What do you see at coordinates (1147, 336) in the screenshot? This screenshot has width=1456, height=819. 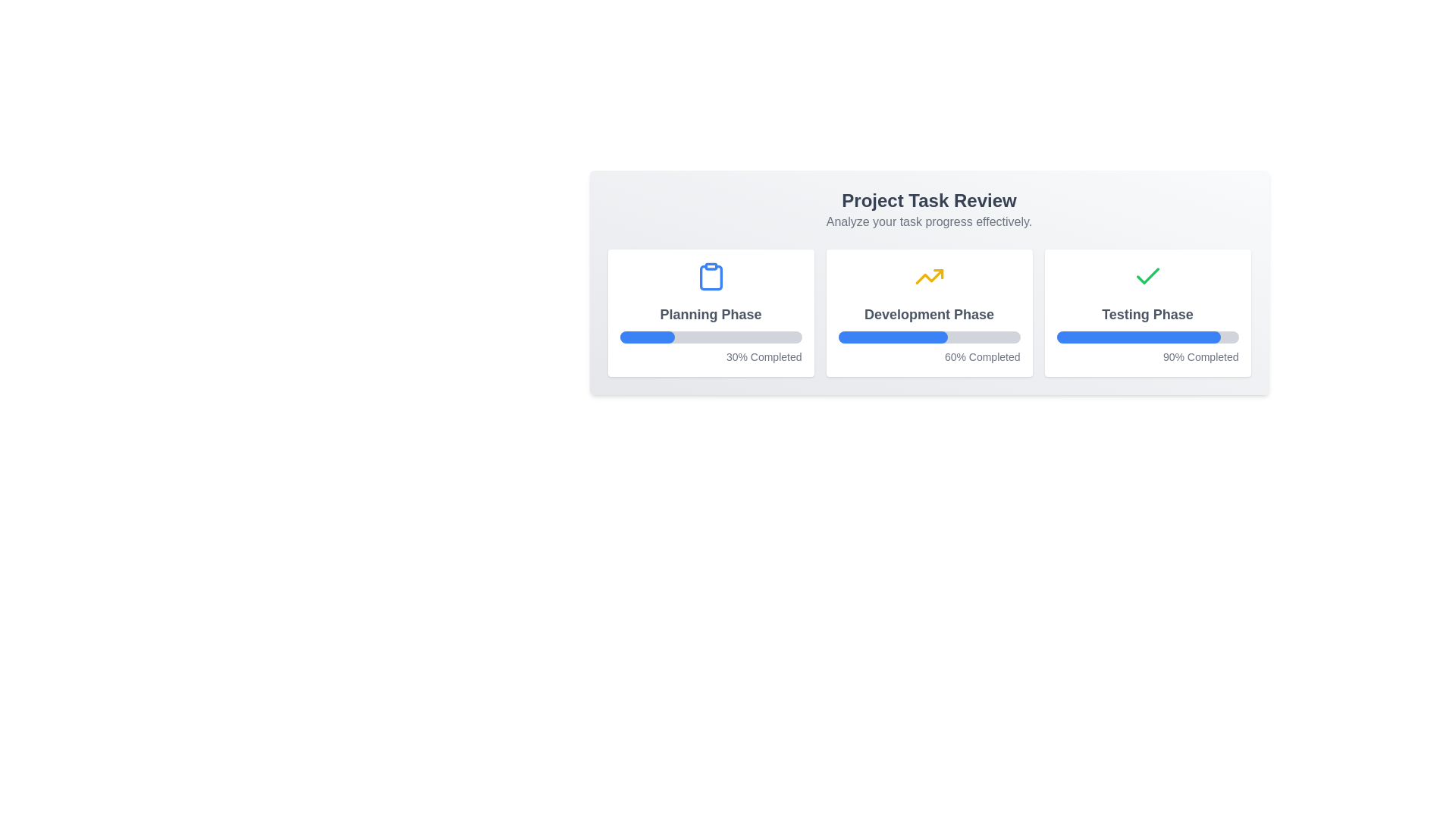 I see `the horizontal progress bar located in the 'Testing Phase' card, which shows a progress level of 90%` at bounding box center [1147, 336].